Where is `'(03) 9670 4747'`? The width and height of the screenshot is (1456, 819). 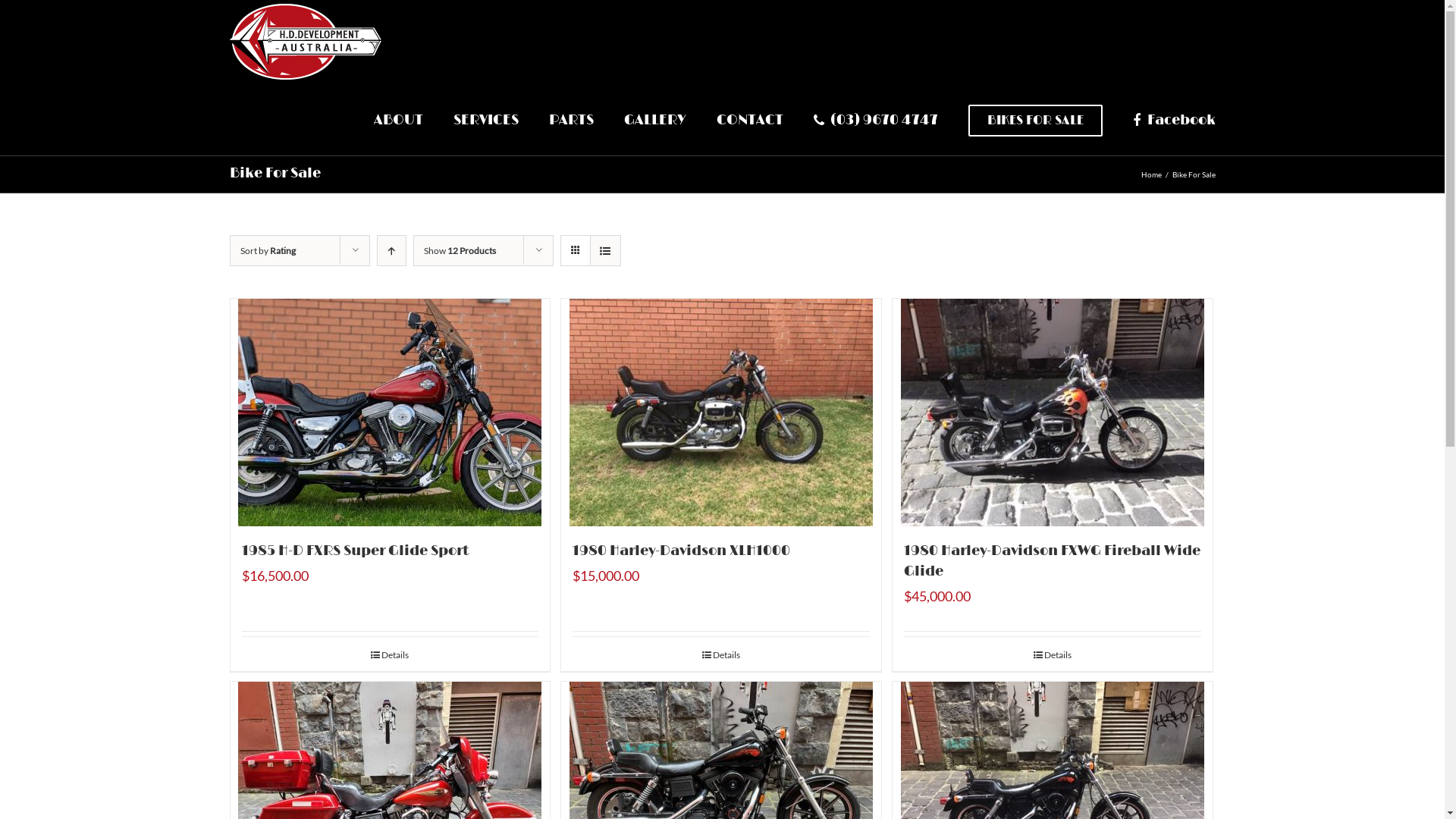 '(03) 9670 4747' is located at coordinates (876, 118).